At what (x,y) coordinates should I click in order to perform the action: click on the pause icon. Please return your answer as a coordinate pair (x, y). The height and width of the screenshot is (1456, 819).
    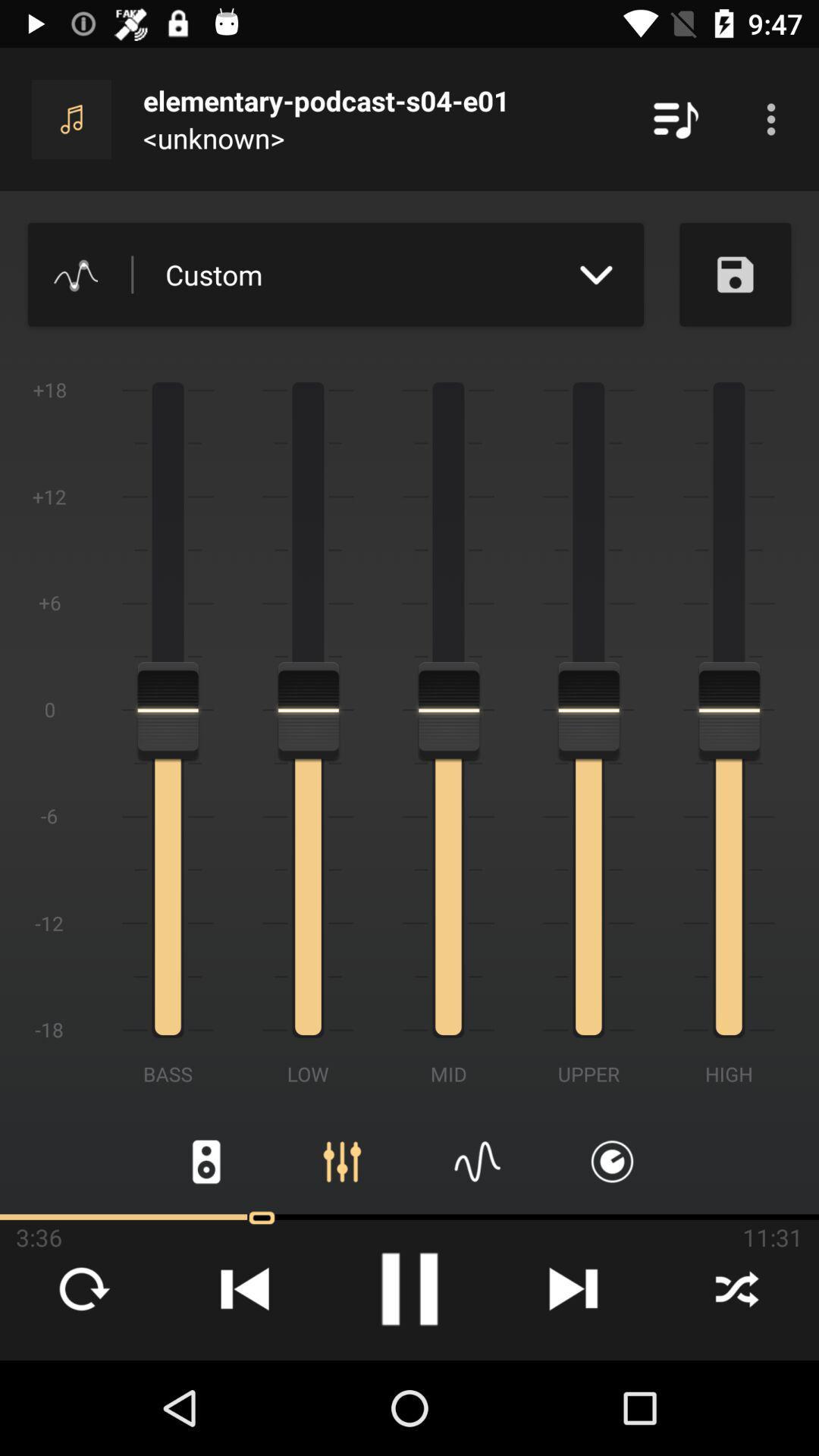
    Looking at the image, I should click on (409, 1288).